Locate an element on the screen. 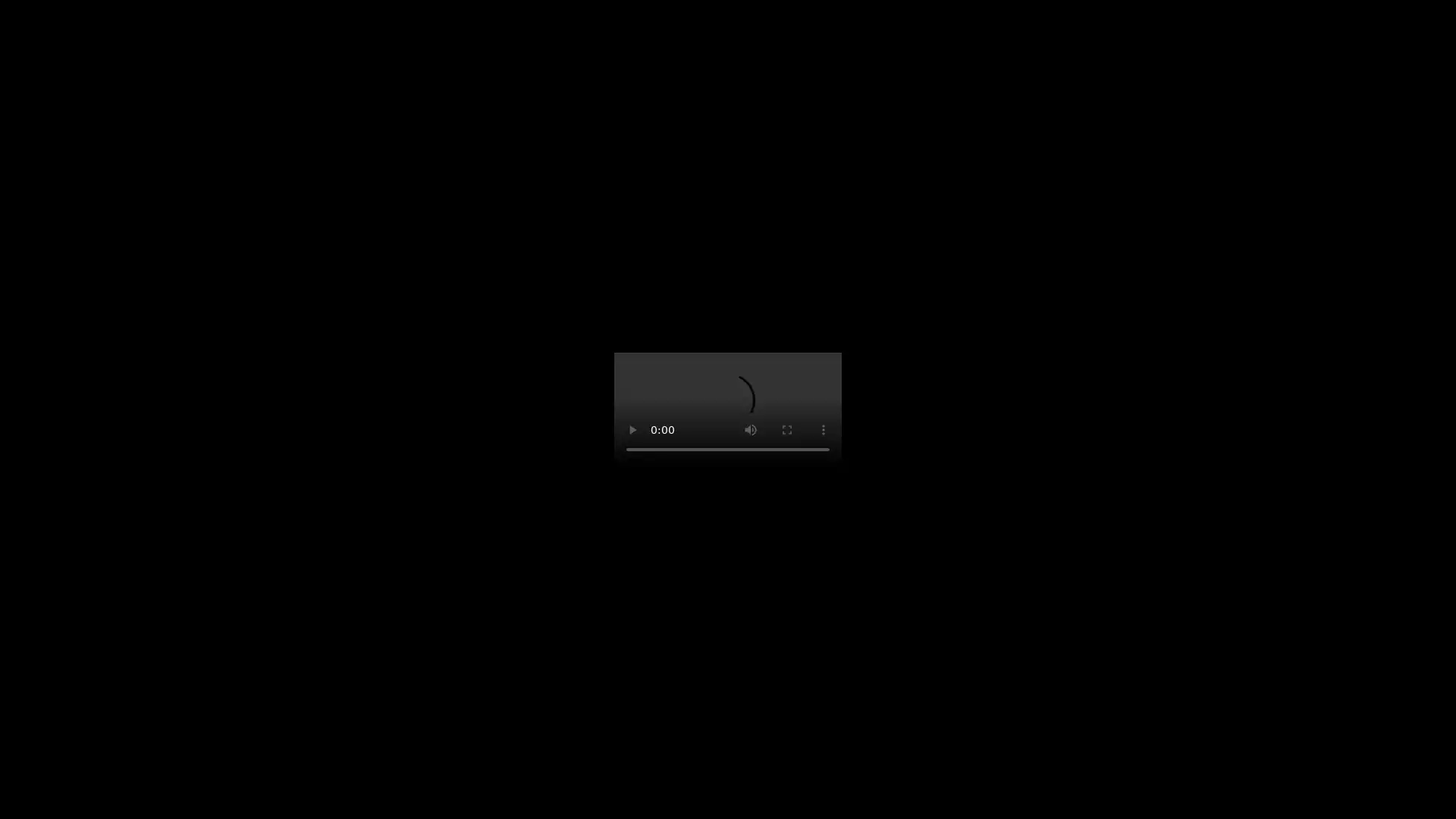 This screenshot has width=1456, height=819. mute is located at coordinates (750, 430).